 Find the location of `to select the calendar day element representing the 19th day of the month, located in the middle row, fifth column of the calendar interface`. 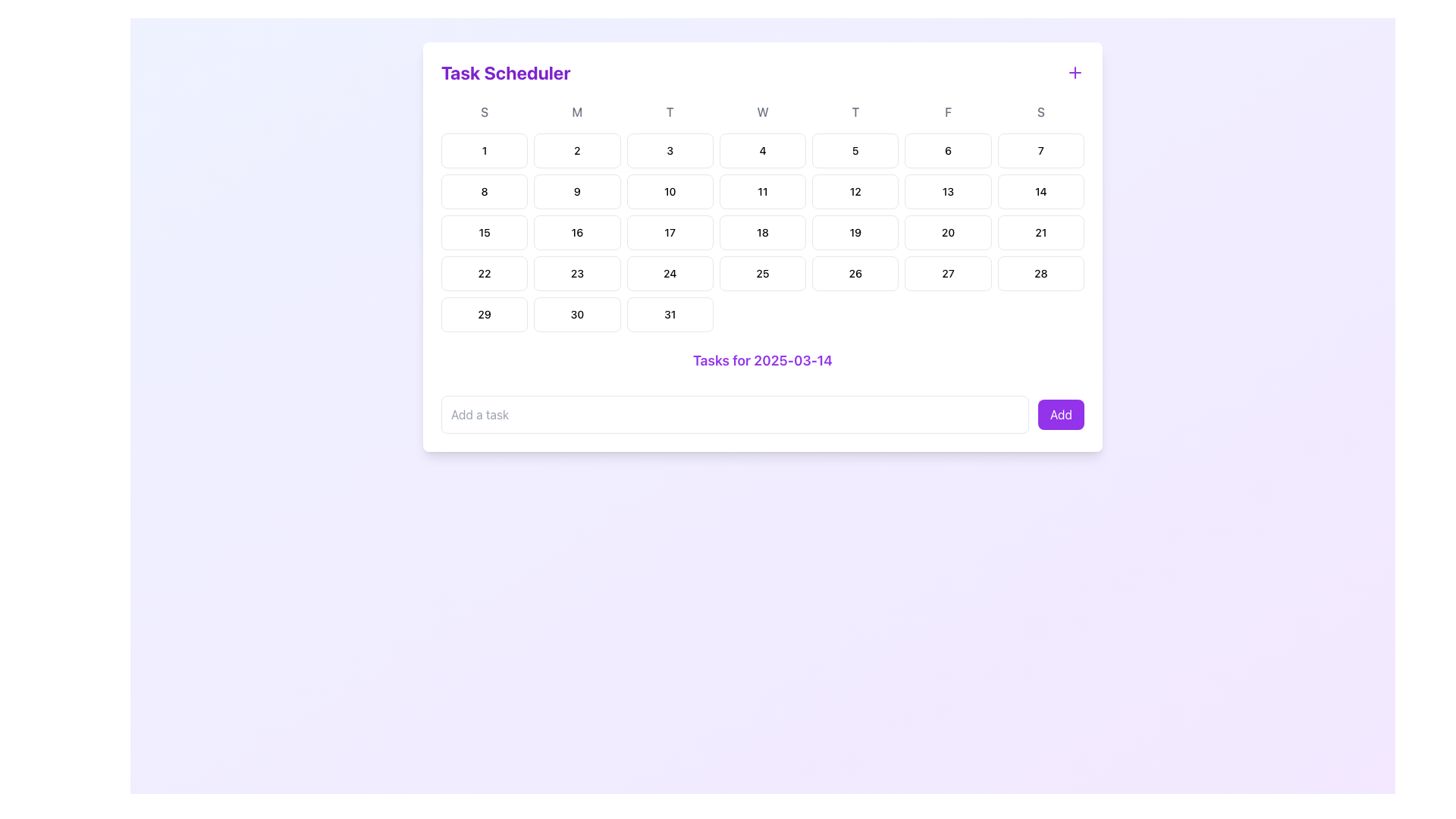

to select the calendar day element representing the 19th day of the month, located in the middle row, fifth column of the calendar interface is located at coordinates (855, 233).